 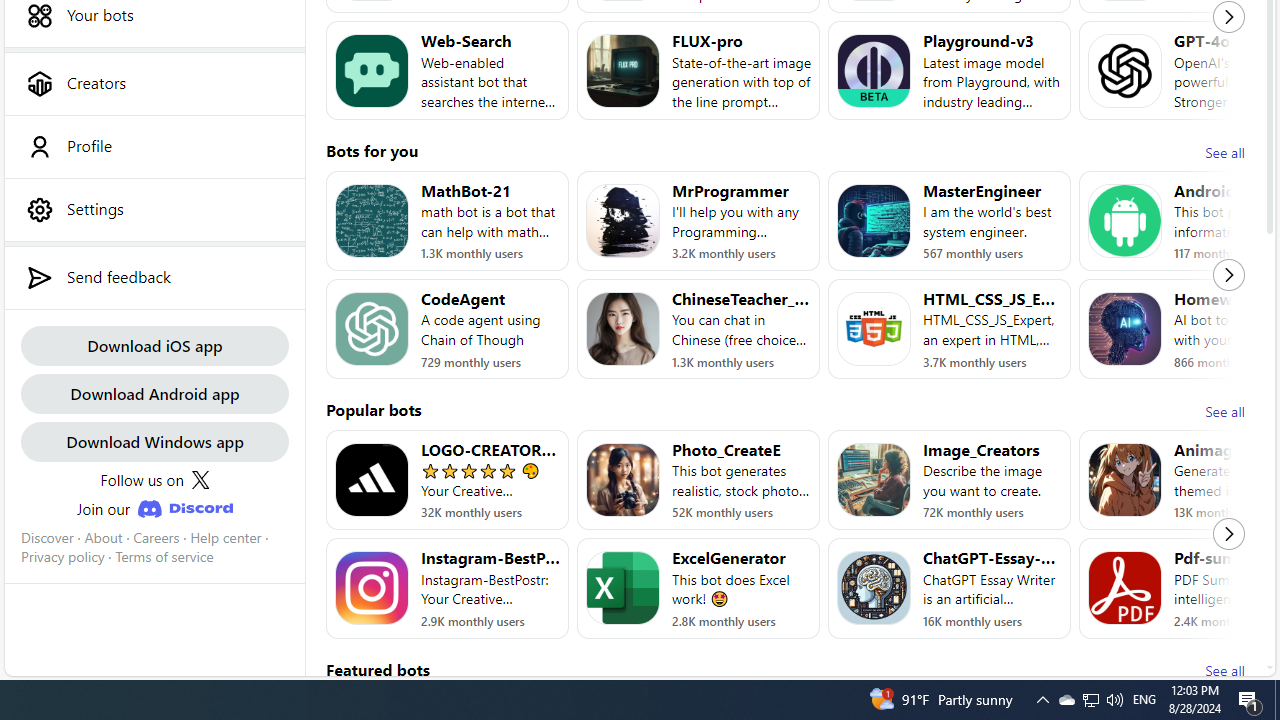 What do you see at coordinates (153, 209) in the screenshot?
I see `'Settings'` at bounding box center [153, 209].